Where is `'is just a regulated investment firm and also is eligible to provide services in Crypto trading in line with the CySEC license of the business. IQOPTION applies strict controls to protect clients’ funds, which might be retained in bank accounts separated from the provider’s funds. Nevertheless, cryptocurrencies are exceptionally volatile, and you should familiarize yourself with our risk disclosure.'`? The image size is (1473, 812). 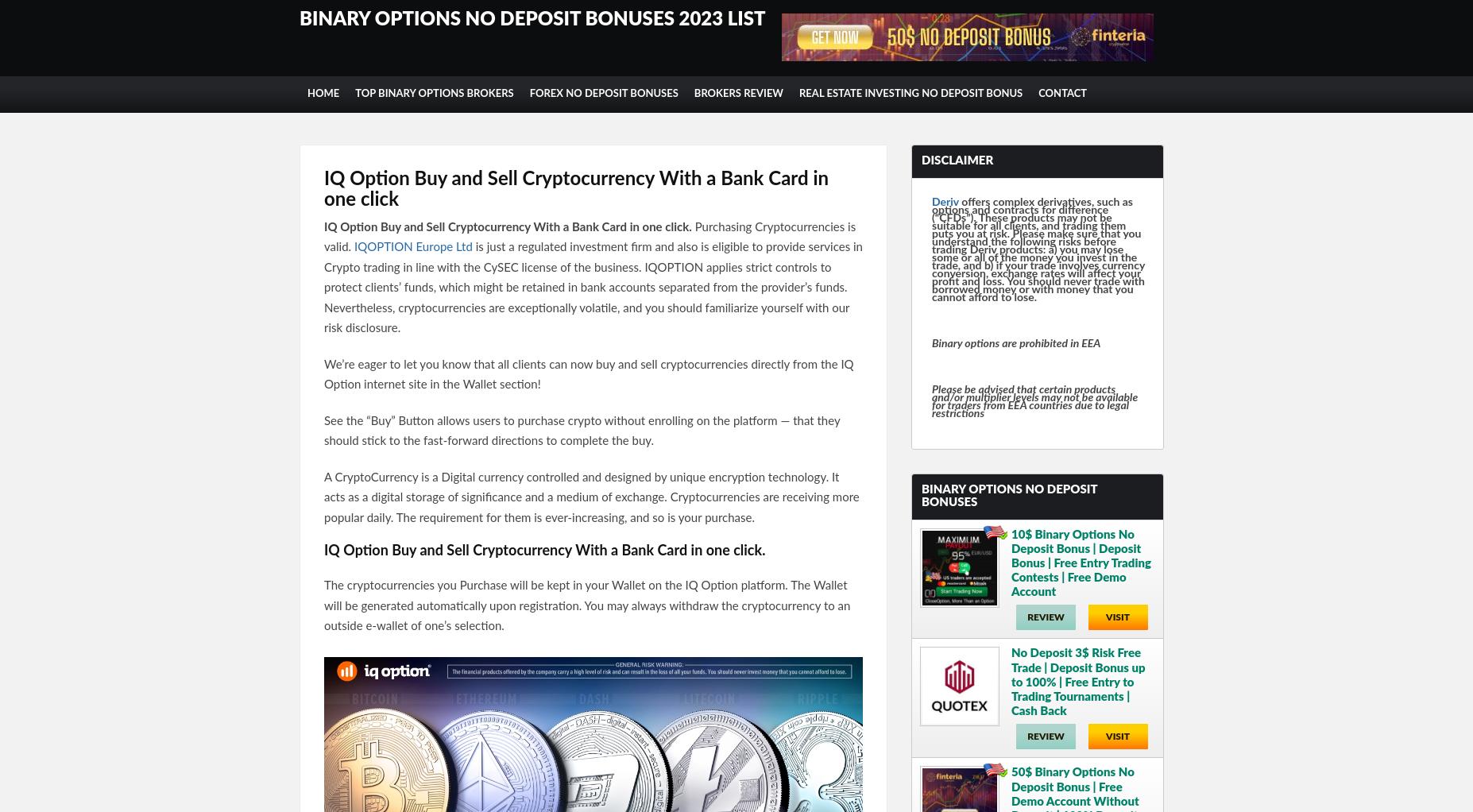 'is just a regulated investment firm and also is eligible to provide services in Crypto trading in line with the CySEC license of the business. IQOPTION applies strict controls to protect clients’ funds, which might be retained in bank accounts separated from the provider’s funds. Nevertheless, cryptocurrencies are exceptionally volatile, and you should familiarize yourself with our risk disclosure.' is located at coordinates (592, 288).